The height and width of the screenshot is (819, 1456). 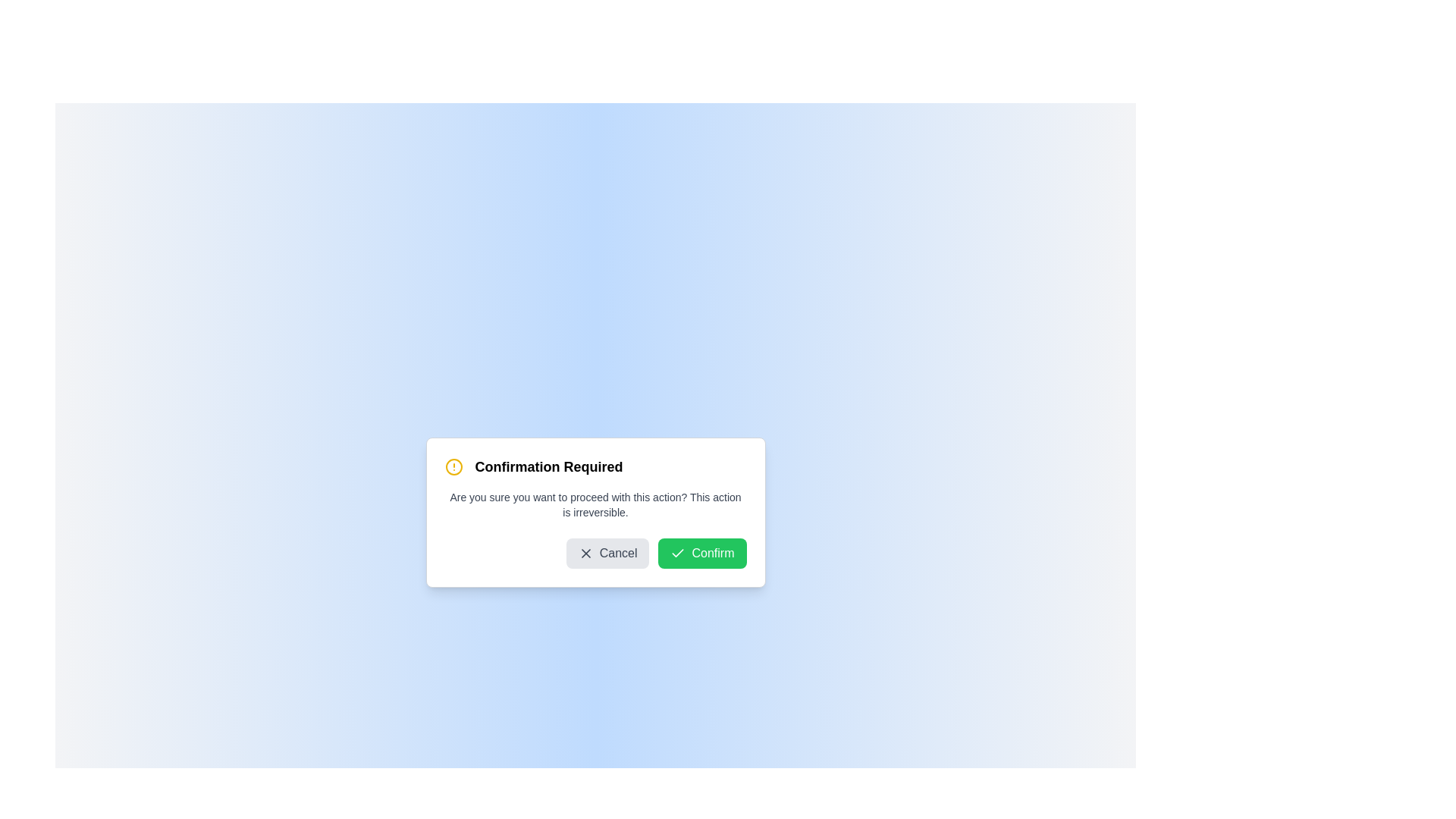 I want to click on the small circular icon with a yellow outline and an exclamation mark, which is associated with a confirmation dialog, located left of the 'Confirmation Required' heading, so click(x=453, y=466).